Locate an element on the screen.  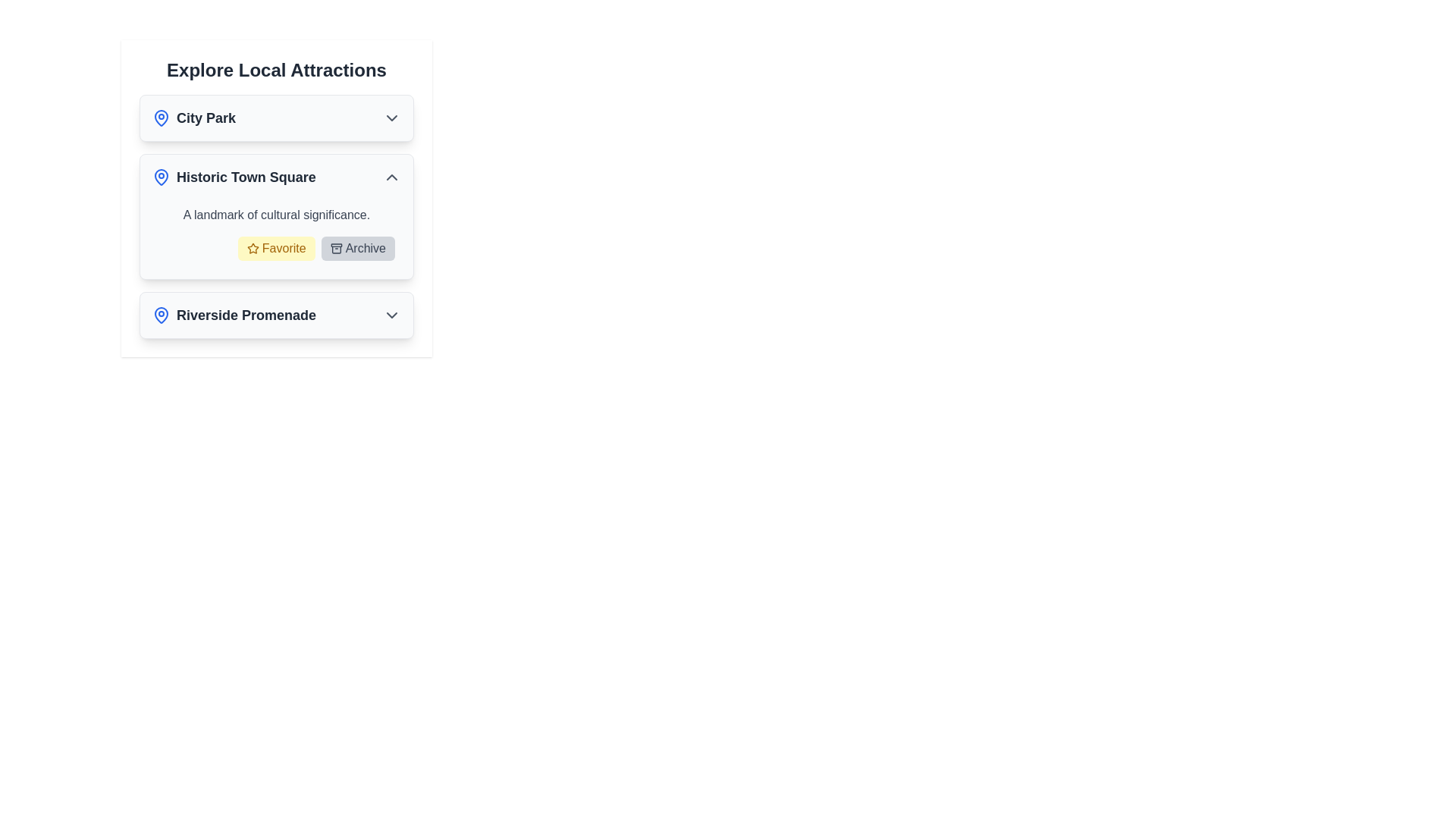
the first button labeled 'City Park' in the list of attractions under 'Explore Local Attractions' is located at coordinates (276, 117).